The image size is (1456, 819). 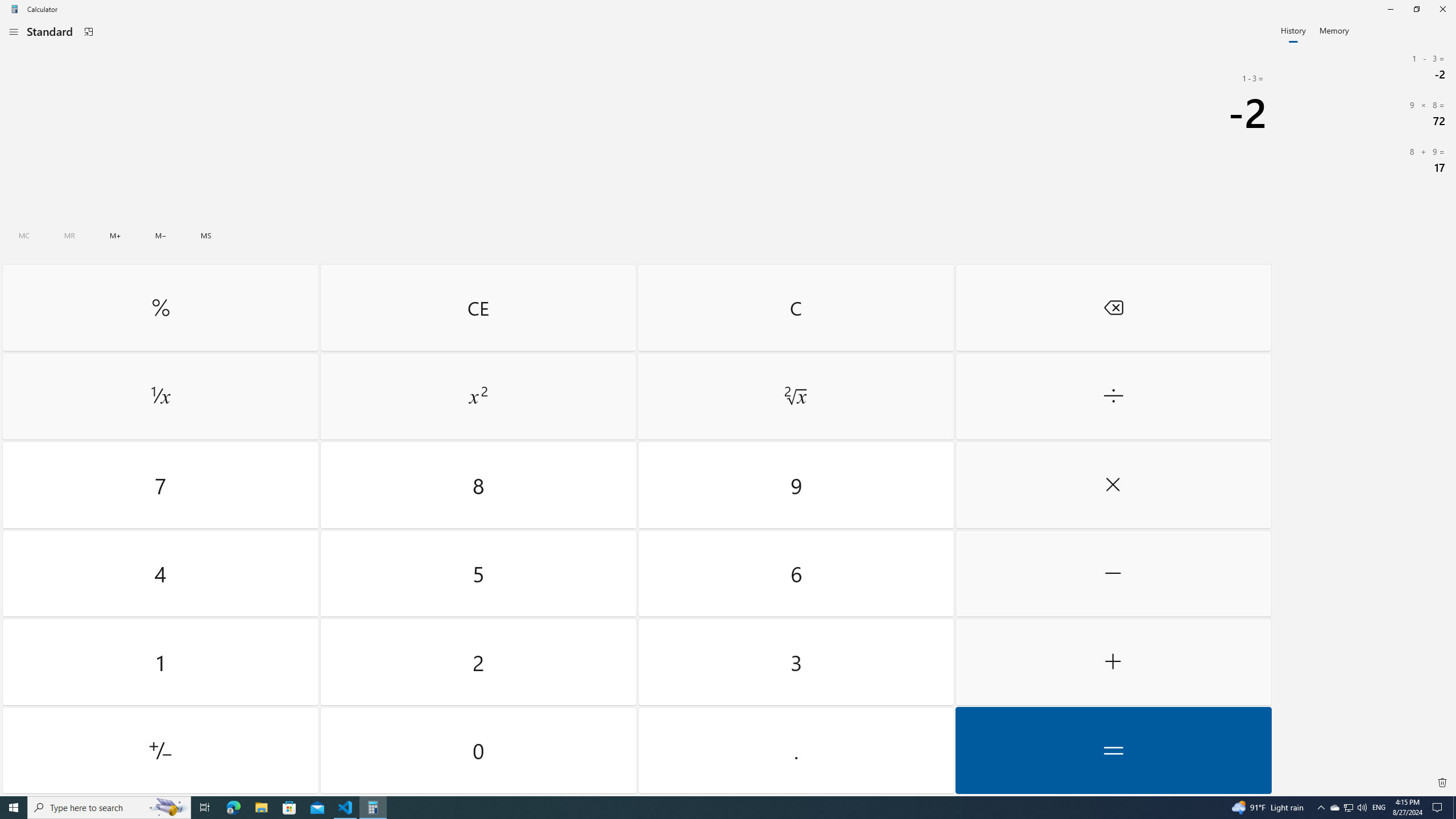 I want to click on 'Seven', so click(x=160, y=485).